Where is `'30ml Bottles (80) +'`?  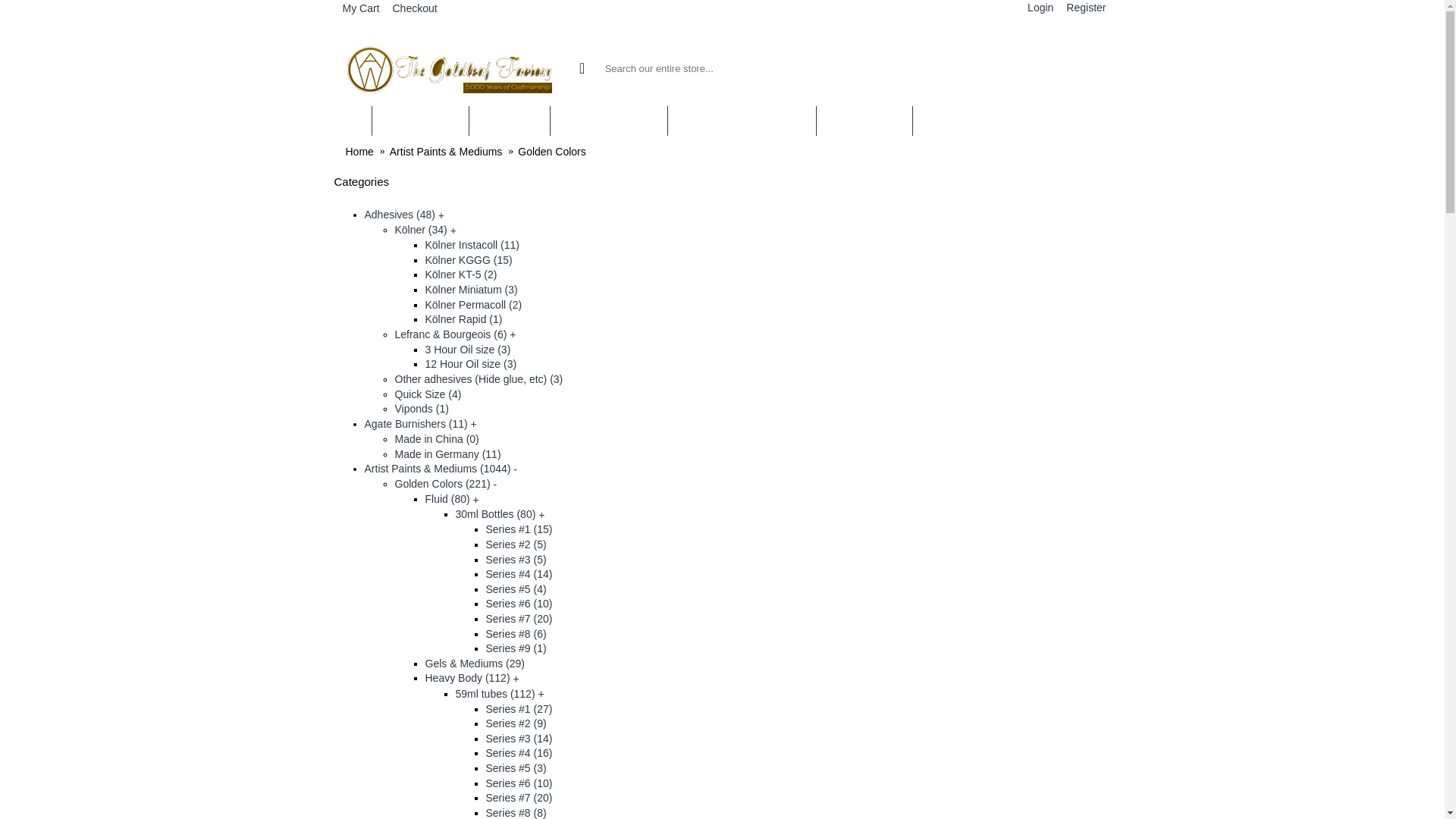
'30ml Bottles (80) +' is located at coordinates (499, 513).